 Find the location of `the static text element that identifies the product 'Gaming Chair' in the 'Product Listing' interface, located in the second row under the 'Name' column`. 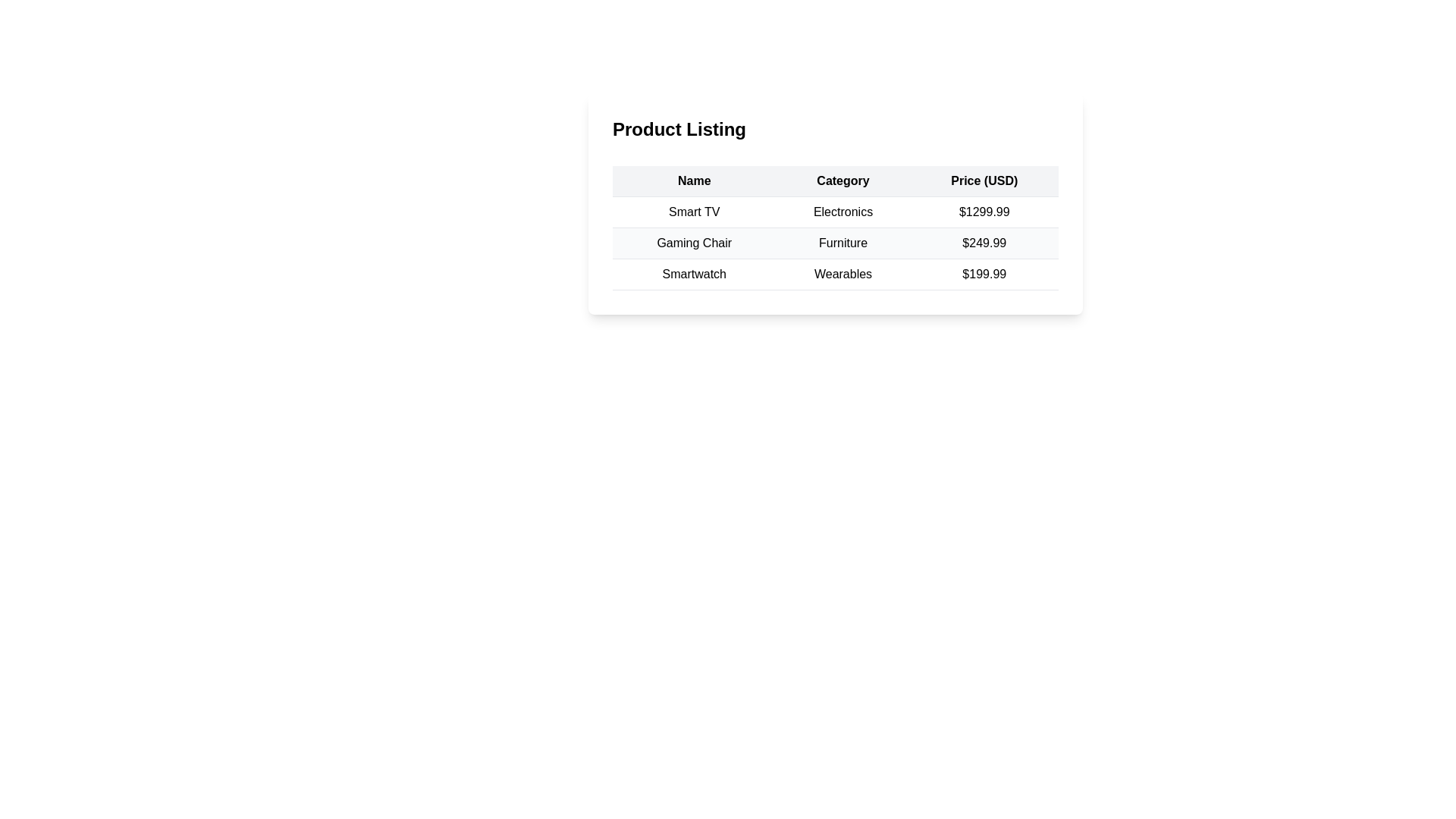

the static text element that identifies the product 'Gaming Chair' in the 'Product Listing' interface, located in the second row under the 'Name' column is located at coordinates (693, 242).